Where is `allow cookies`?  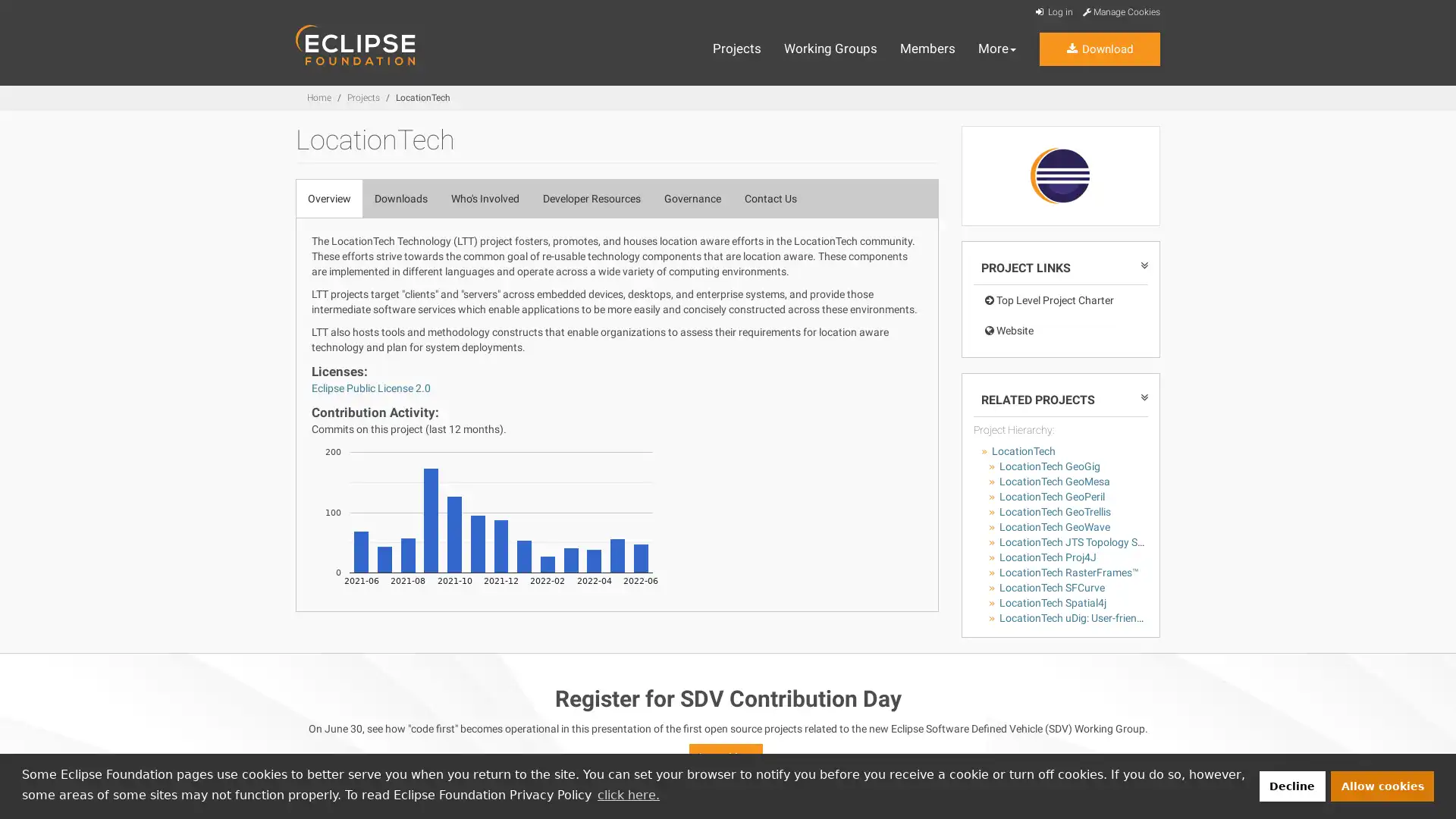
allow cookies is located at coordinates (1382, 785).